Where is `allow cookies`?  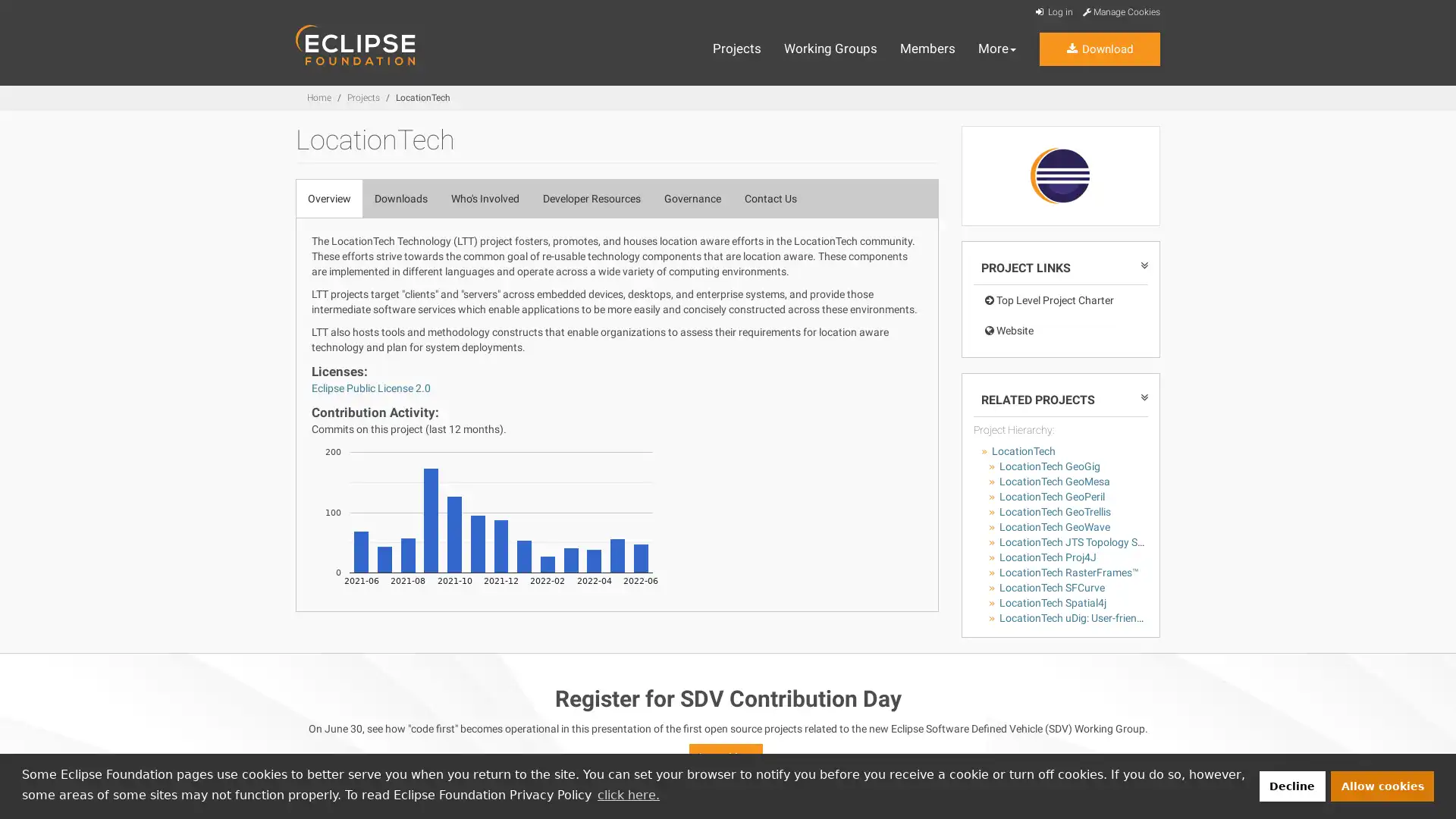
allow cookies is located at coordinates (1382, 785).